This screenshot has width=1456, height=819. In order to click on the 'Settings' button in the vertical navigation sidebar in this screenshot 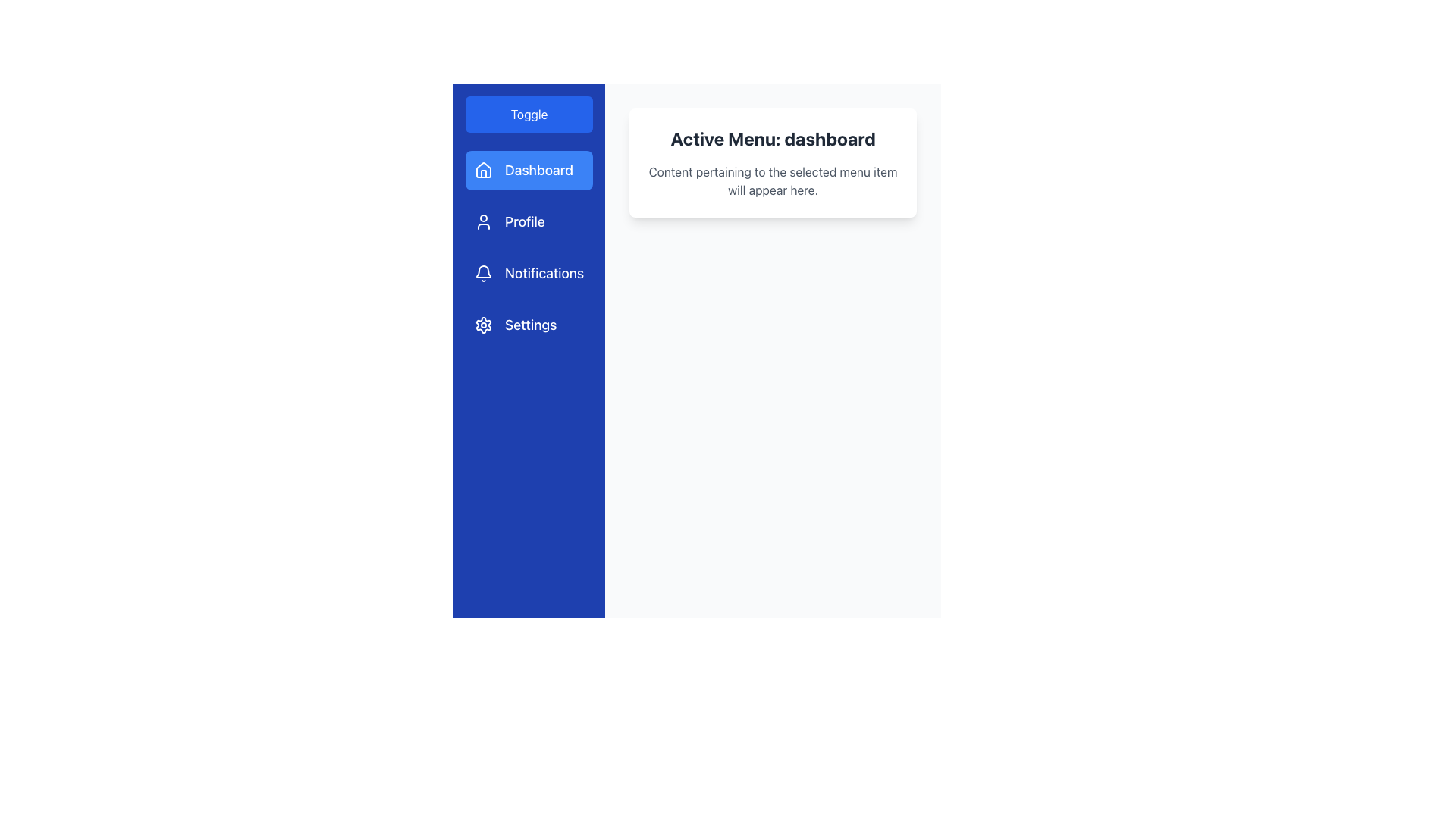, I will do `click(529, 324)`.